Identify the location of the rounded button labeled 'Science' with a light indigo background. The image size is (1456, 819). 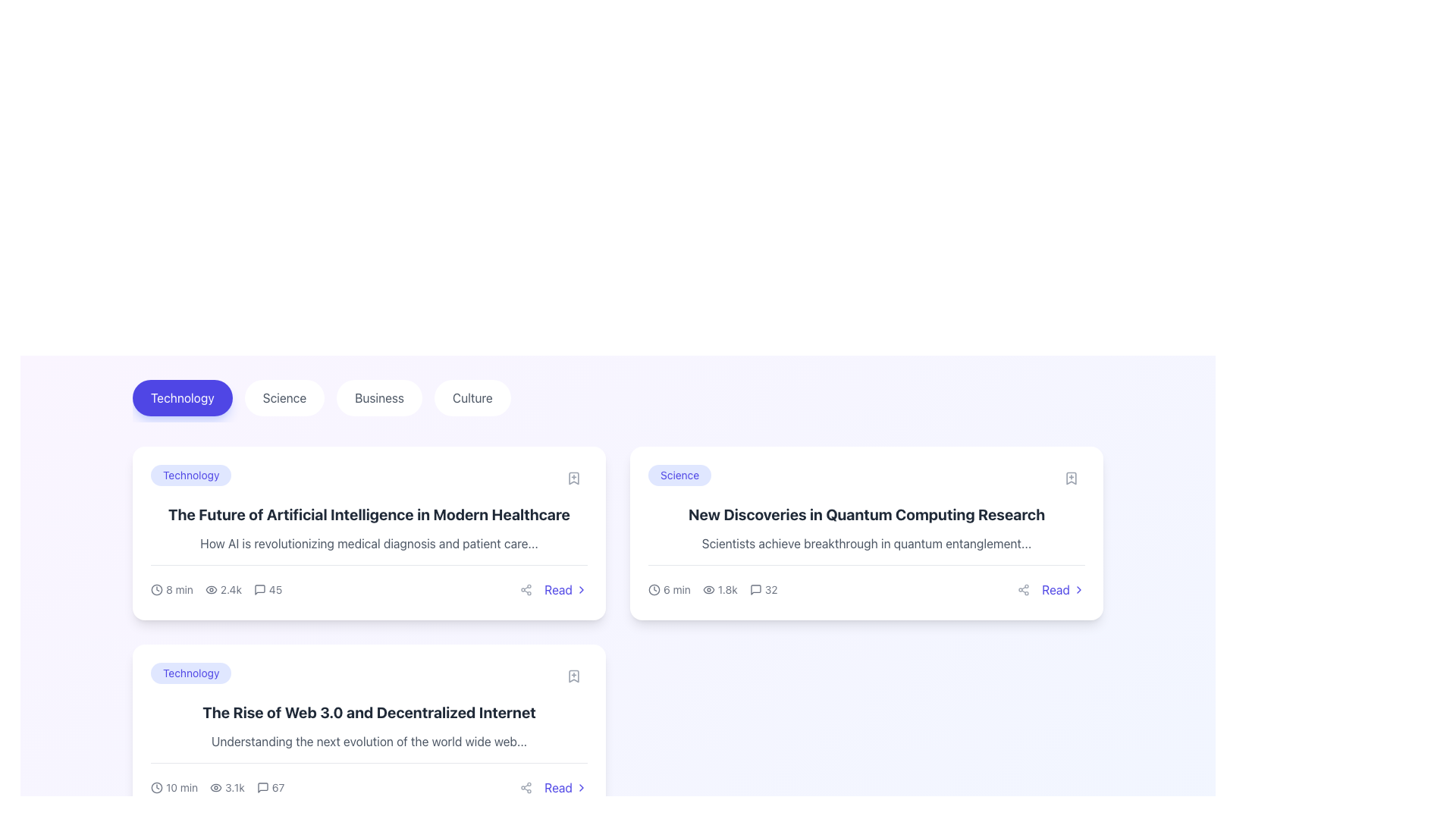
(679, 475).